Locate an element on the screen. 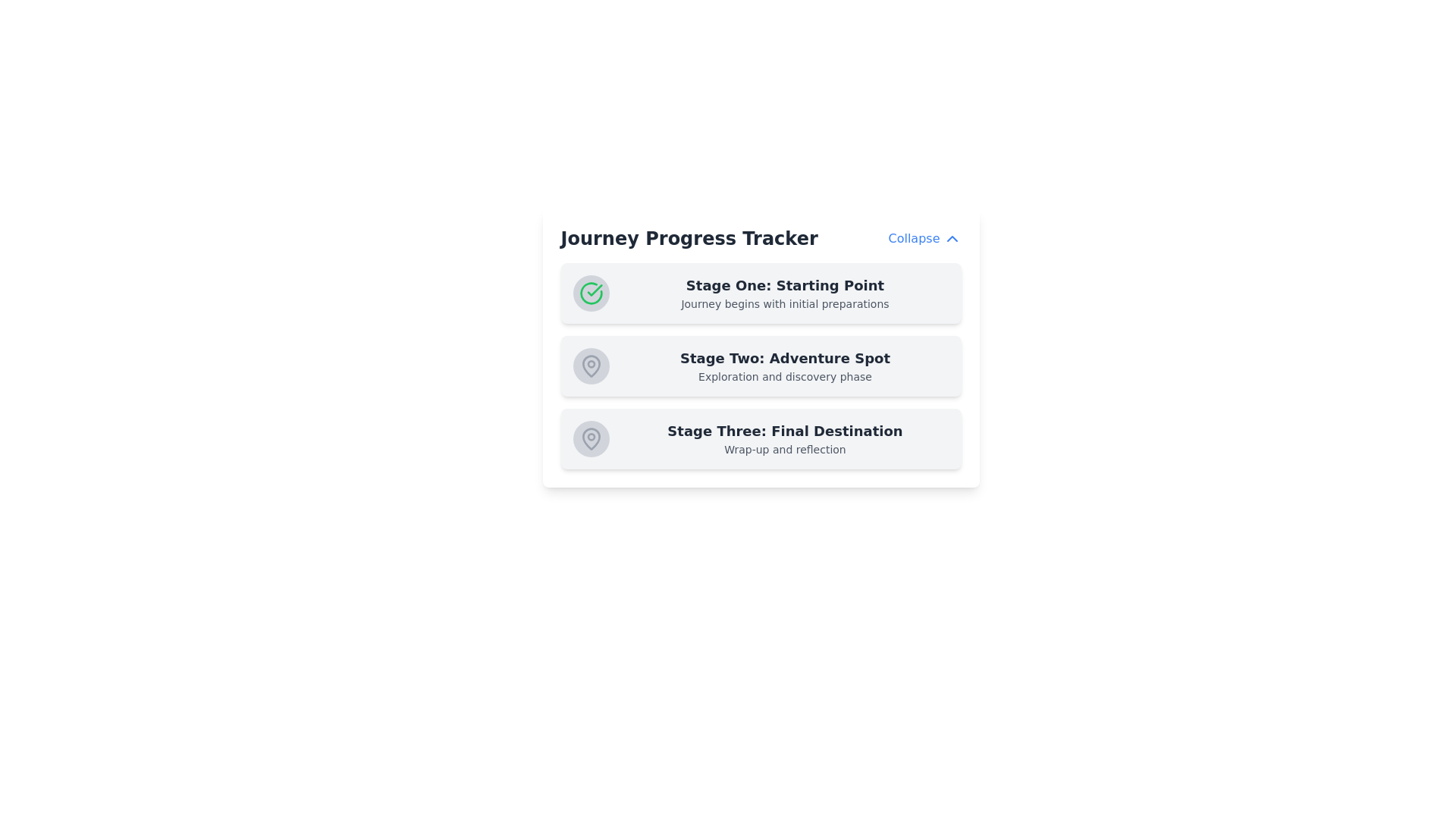 Image resolution: width=1456 pixels, height=819 pixels. text content of the second card titled 'Stage Two: Adventure Spot' in the 'Journey Progress Tracker' section, which contains a subtitle 'Exploration and discovery phase' is located at coordinates (761, 366).